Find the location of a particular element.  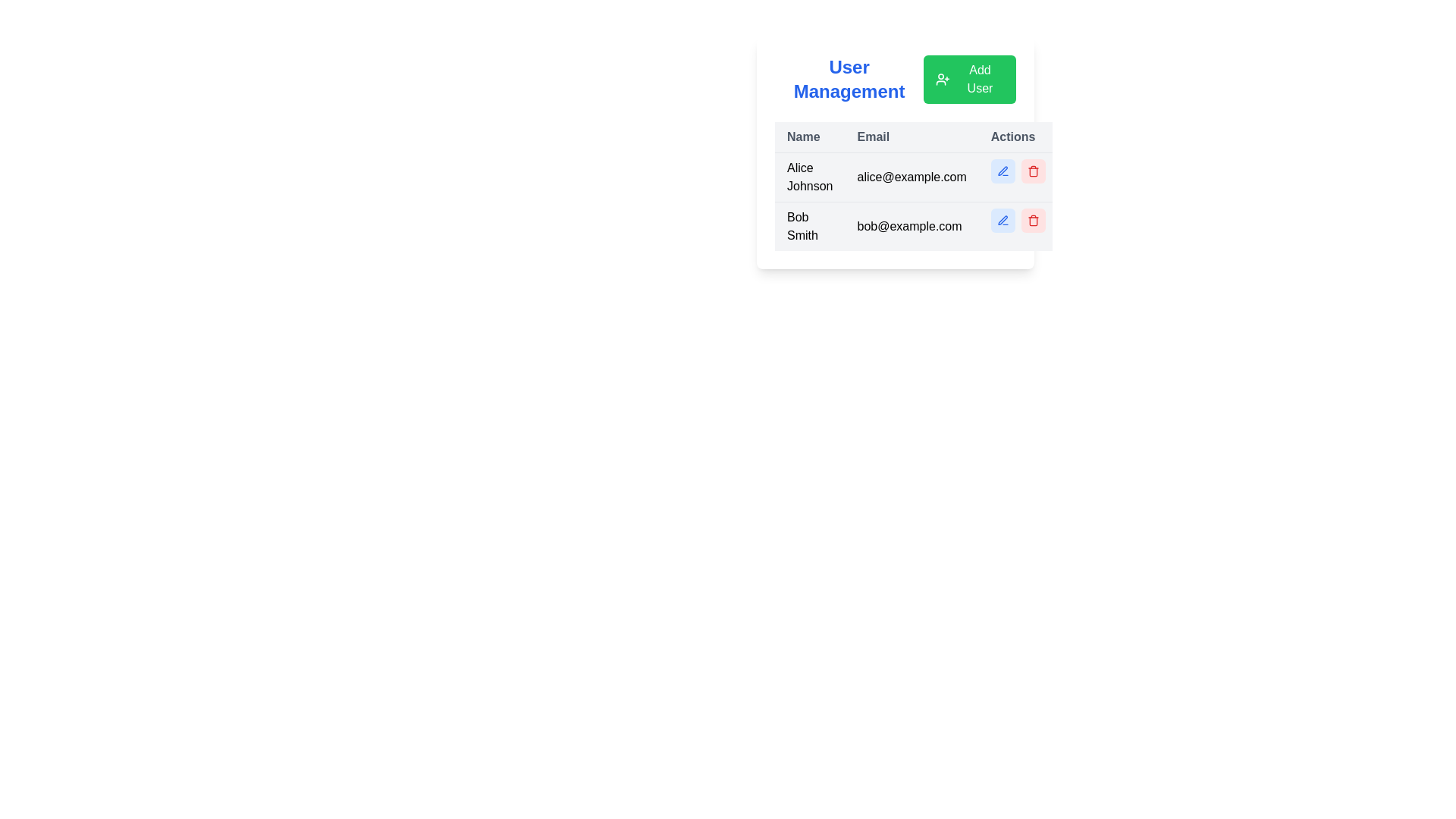

the delete button with an icon located in the 'Actions' column of the row for 'Alice Johnson' is located at coordinates (1032, 171).